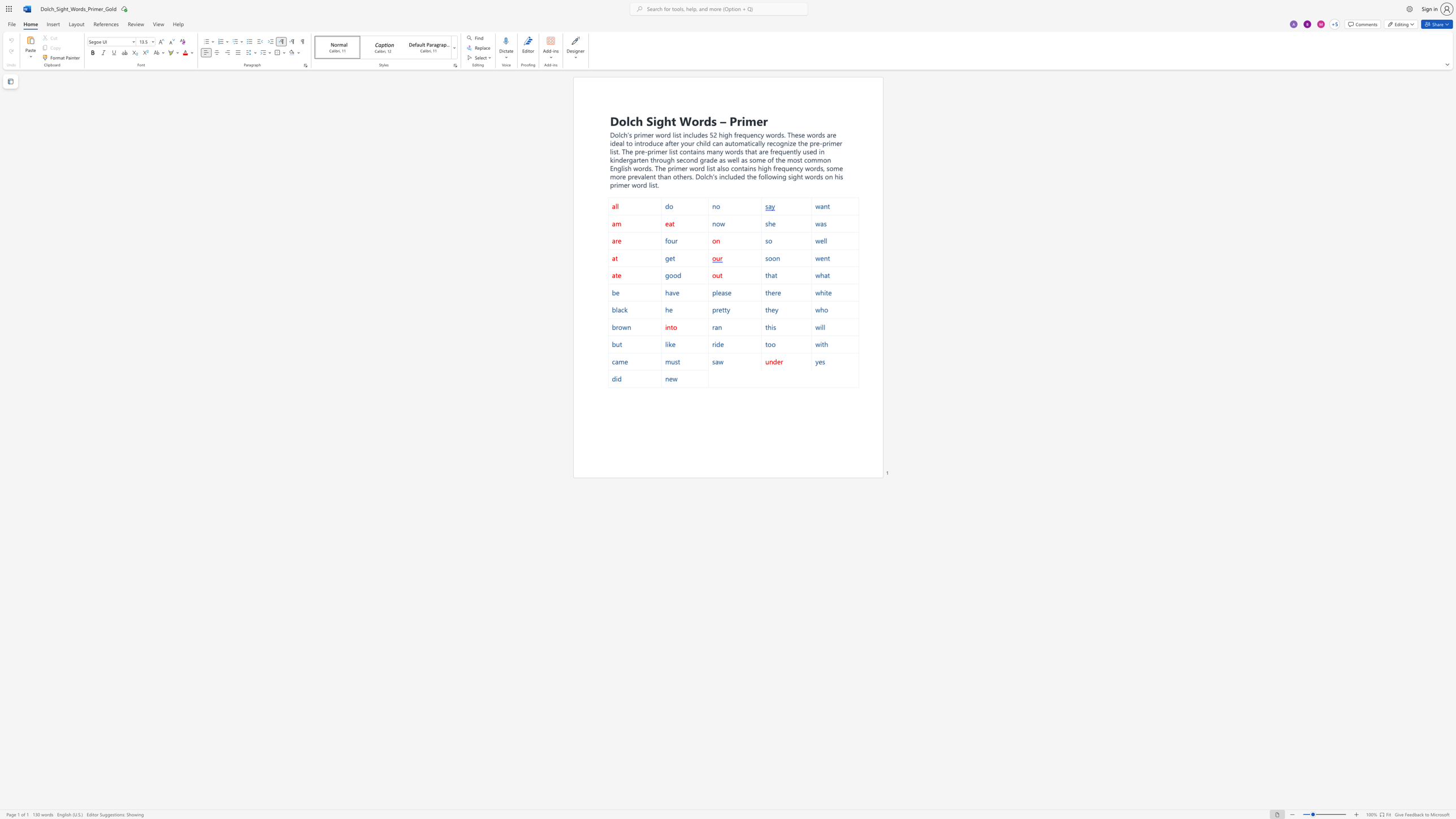 The height and width of the screenshot is (819, 1456). I want to click on the 7th character "s" in the text, so click(841, 176).